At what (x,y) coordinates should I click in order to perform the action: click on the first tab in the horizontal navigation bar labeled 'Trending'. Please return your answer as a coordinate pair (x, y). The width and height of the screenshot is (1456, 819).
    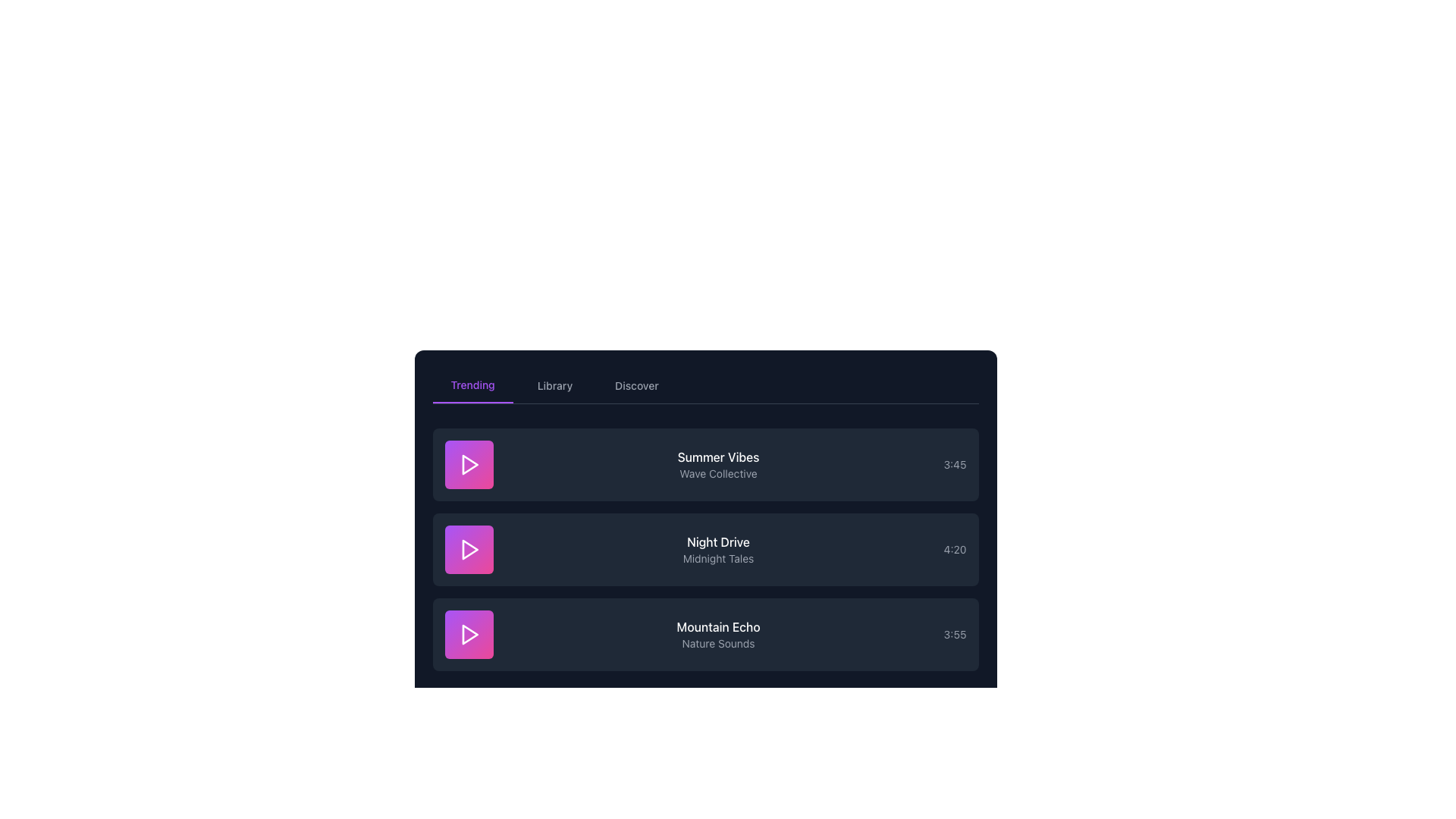
    Looking at the image, I should click on (472, 385).